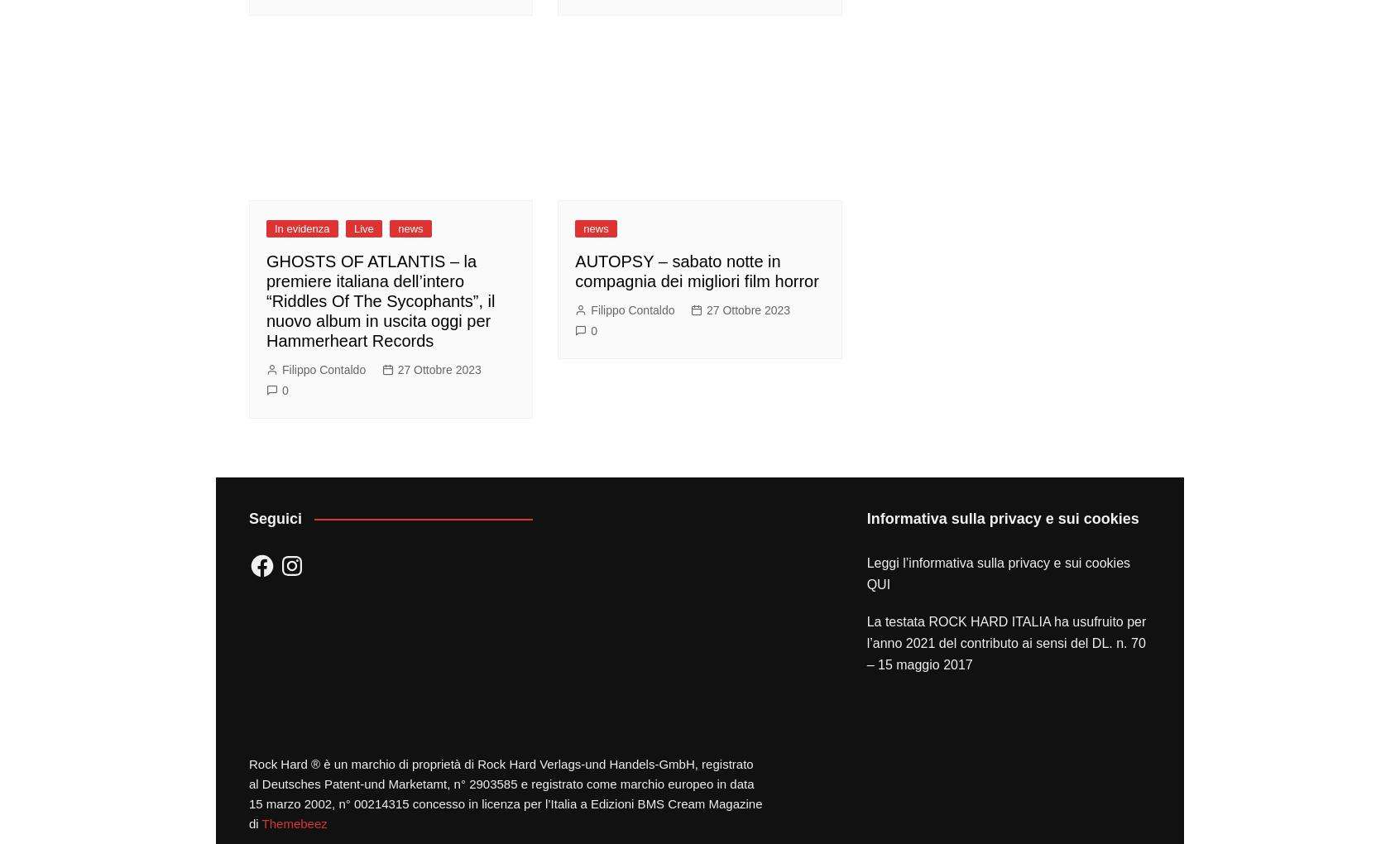 The width and height of the screenshot is (1400, 844). Describe the element at coordinates (1006, 642) in the screenshot. I see `'La testata ROCK HARD ITALIA ha usufruito per l’anno 2021 del contributo ai sensi del DL. n. 70 – 15 maggio 2017'` at that location.